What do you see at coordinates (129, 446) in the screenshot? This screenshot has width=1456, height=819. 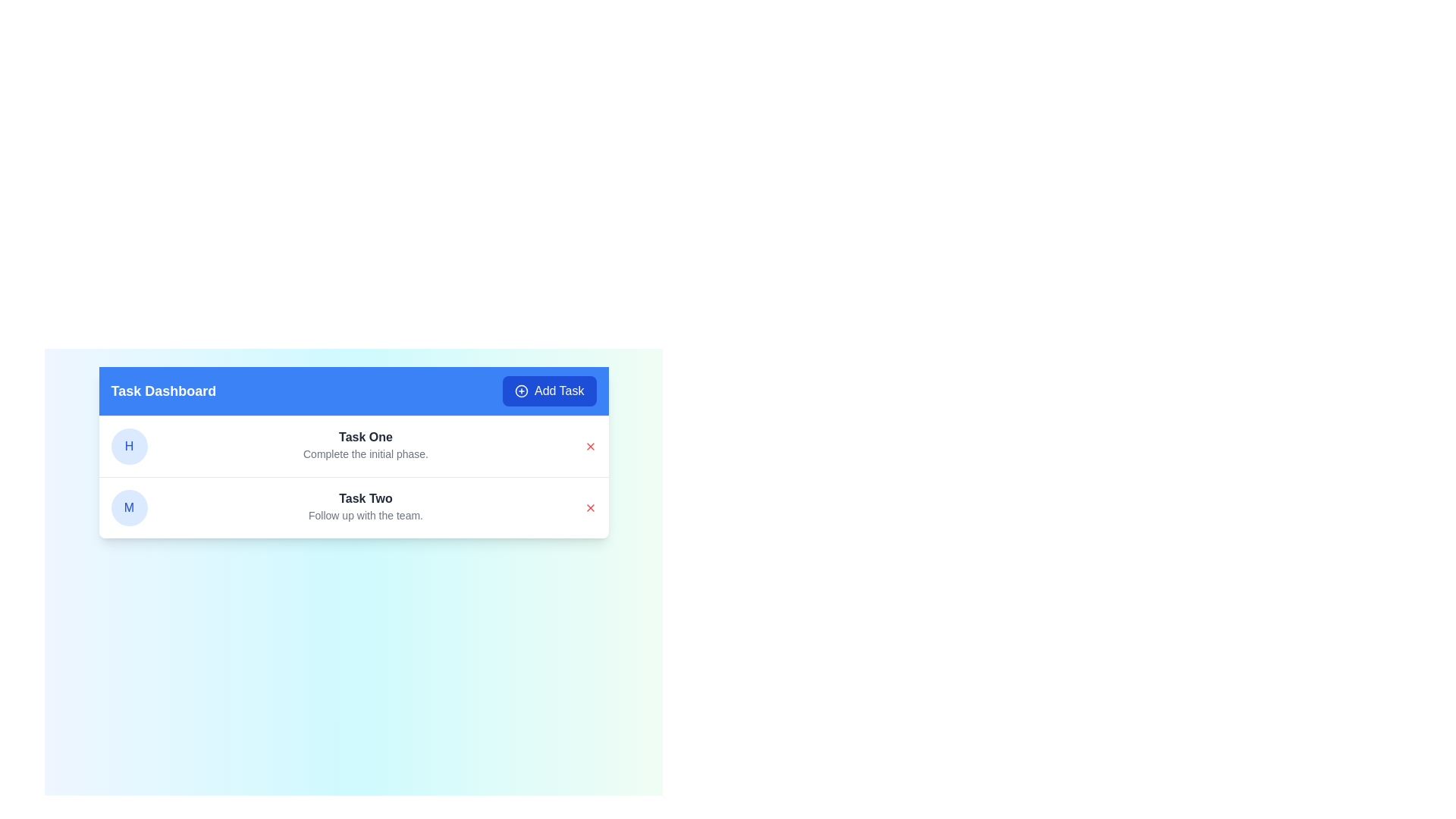 I see `the Avatar or icon representation located at the leftmost side of the task entry row for 'Task One'` at bounding box center [129, 446].